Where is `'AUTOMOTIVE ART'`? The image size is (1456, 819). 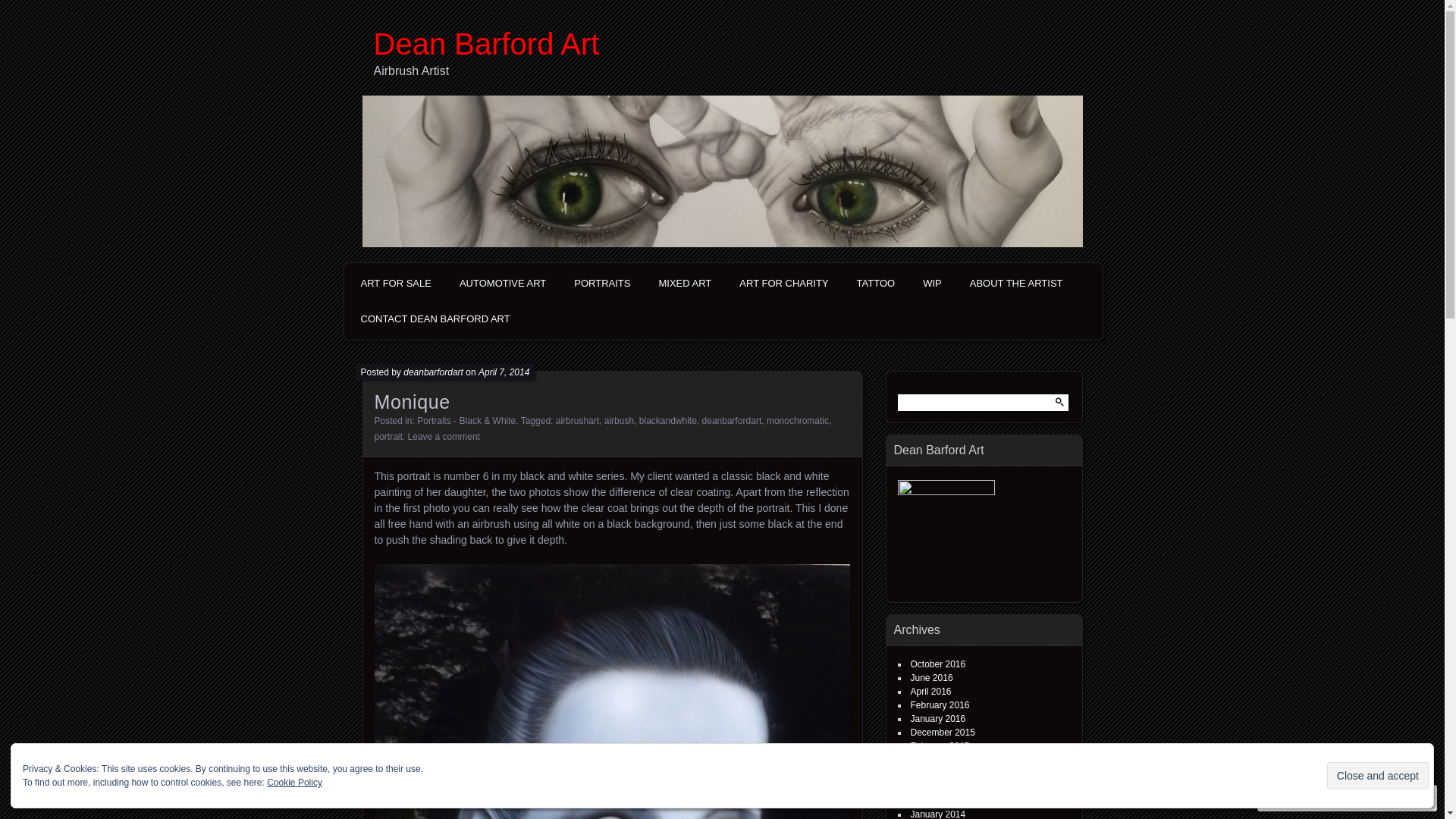
'AUTOMOTIVE ART' is located at coordinates (447, 284).